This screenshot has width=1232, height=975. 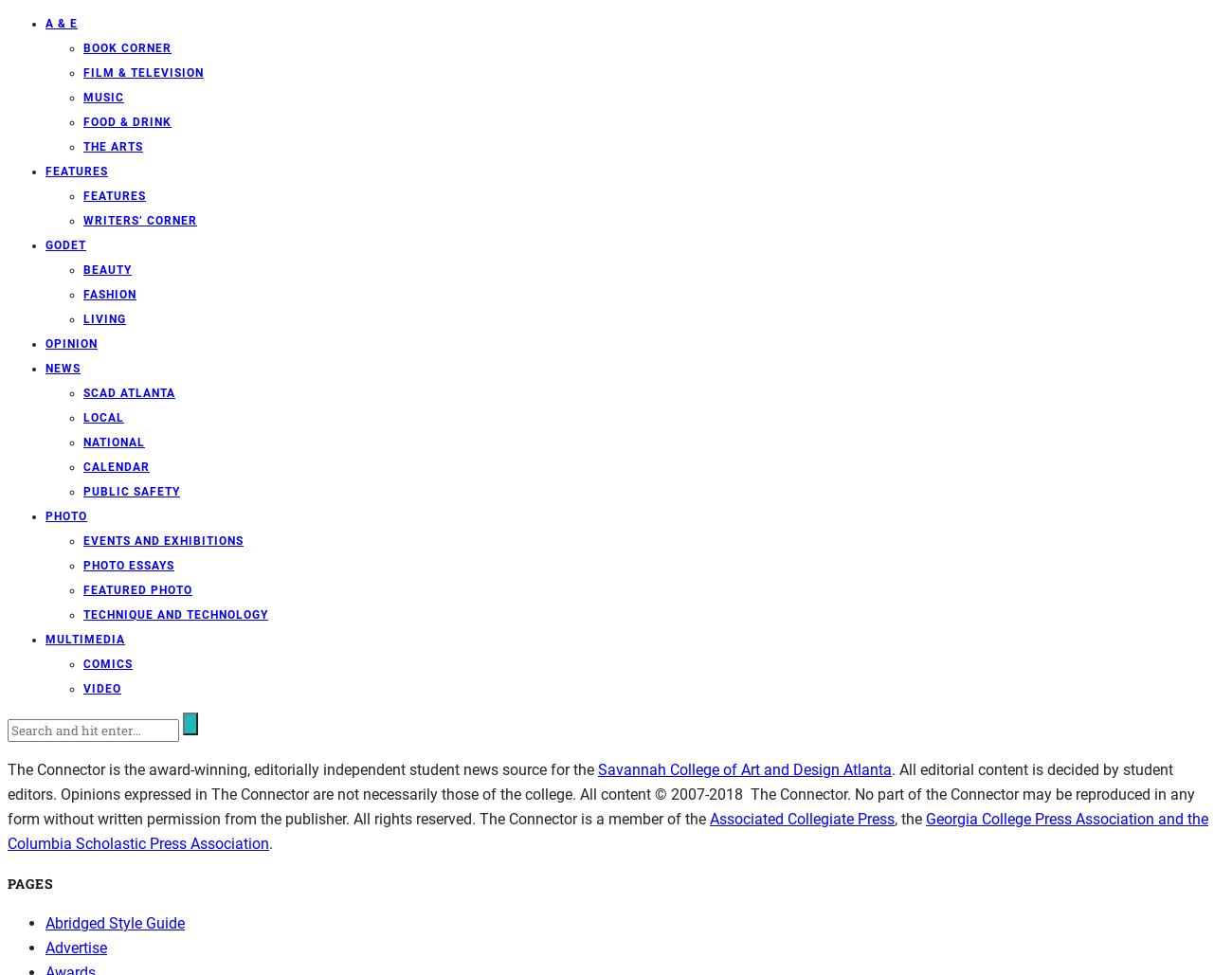 What do you see at coordinates (126, 121) in the screenshot?
I see `'Food & Drink'` at bounding box center [126, 121].